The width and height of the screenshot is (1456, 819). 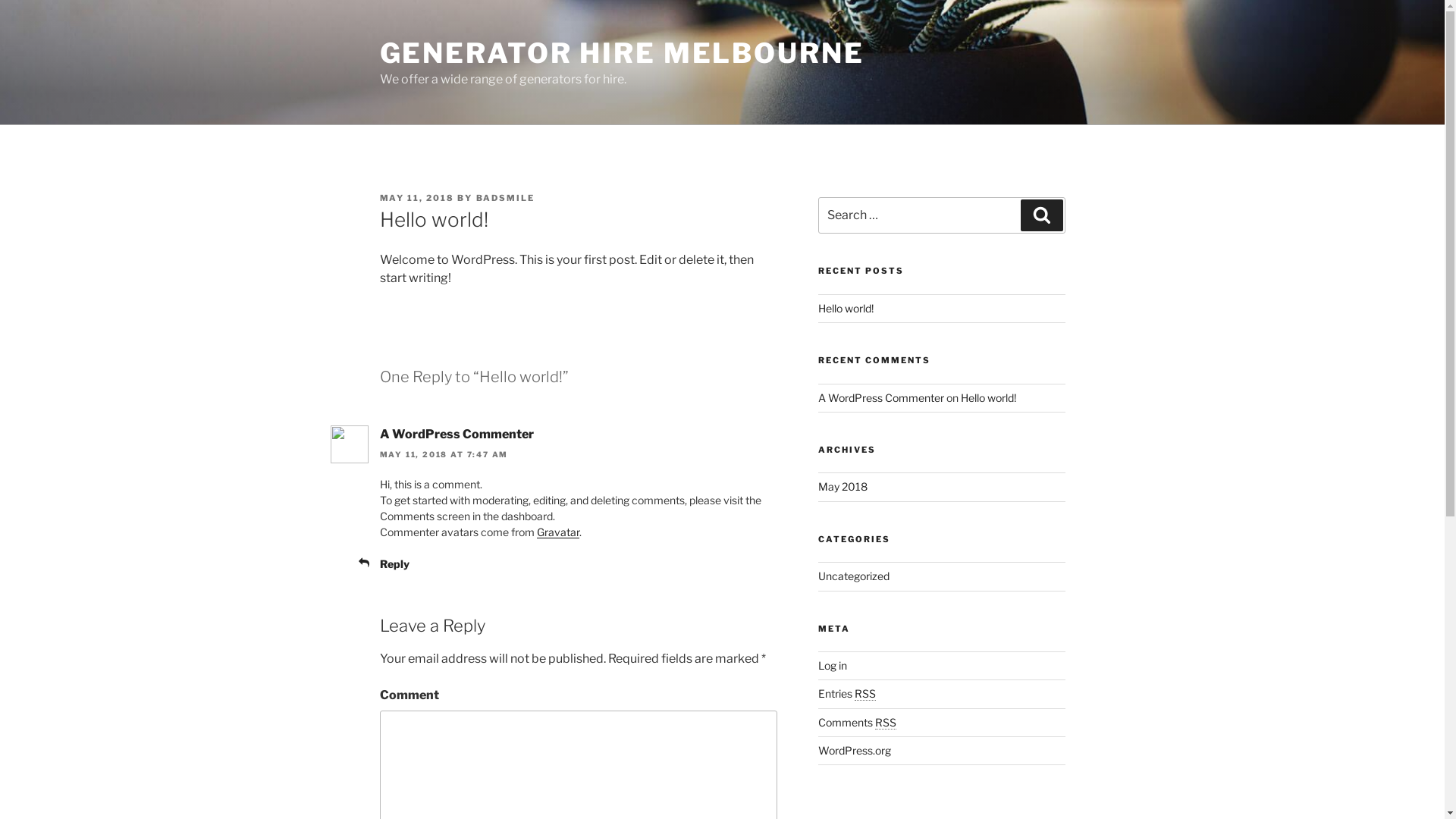 I want to click on 'May 2018', so click(x=842, y=486).